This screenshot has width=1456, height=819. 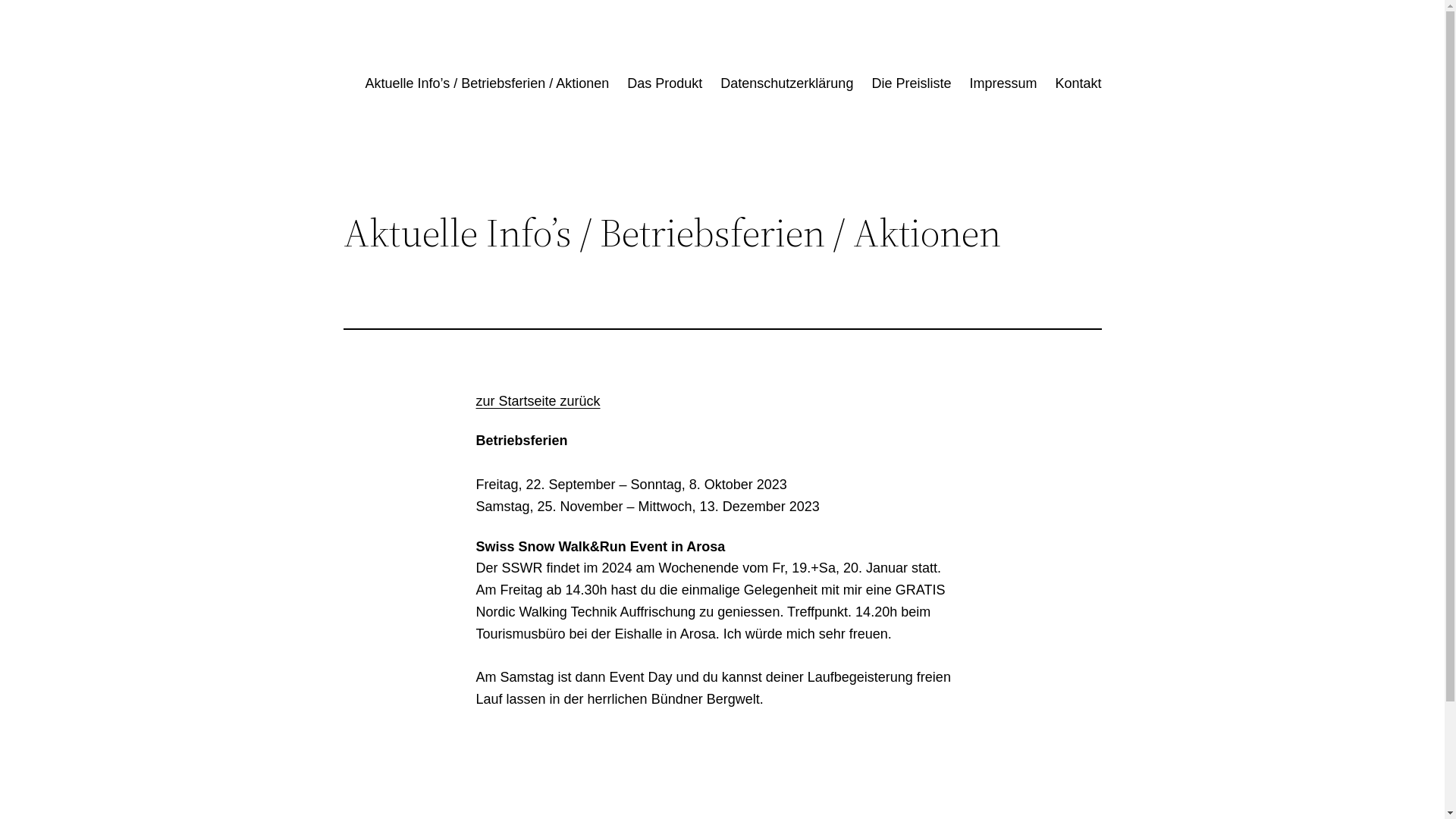 I want to click on 'Kontakt', so click(x=1077, y=83).